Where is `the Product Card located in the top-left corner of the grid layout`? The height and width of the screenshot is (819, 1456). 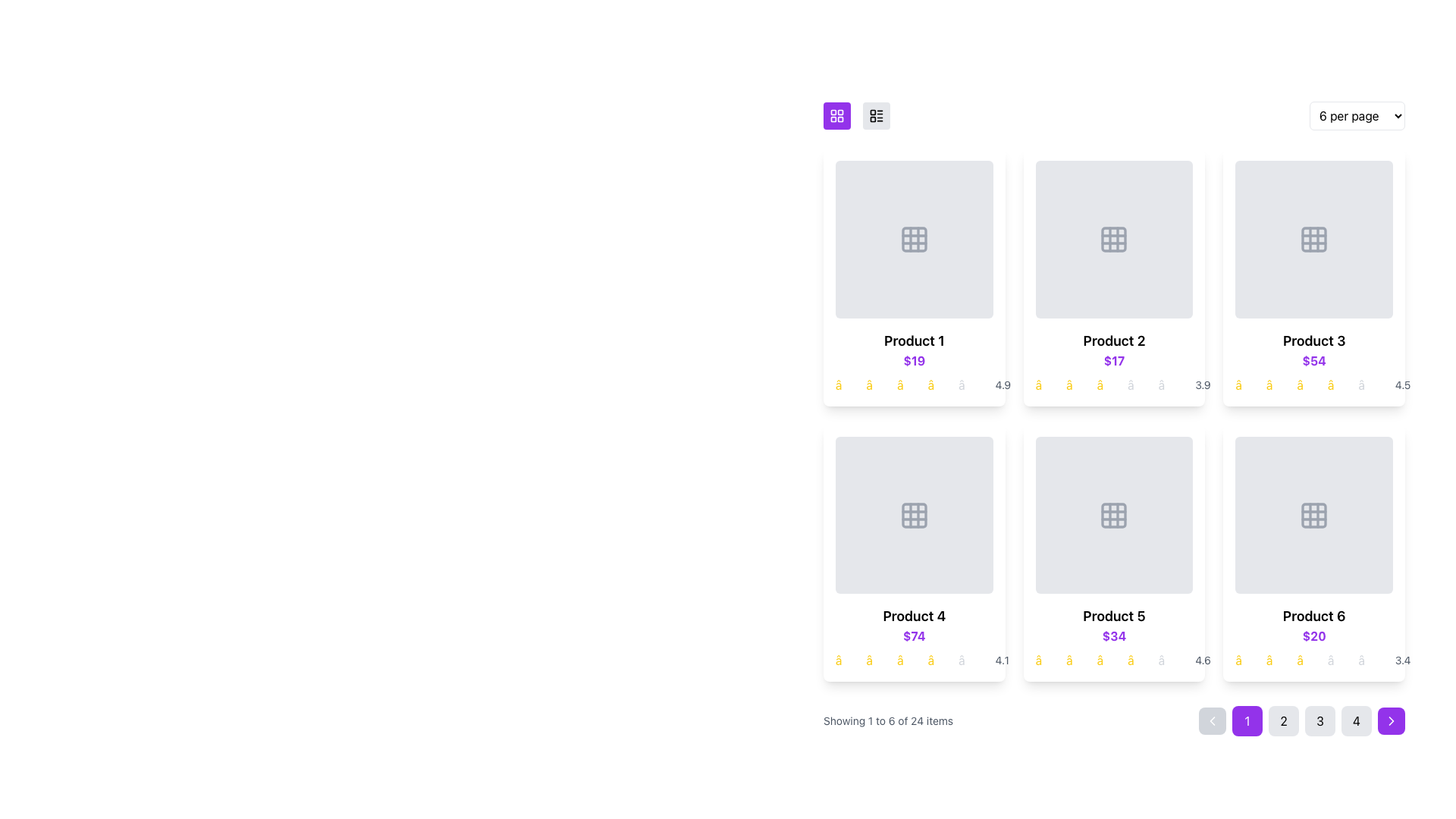 the Product Card located in the top-left corner of the grid layout is located at coordinates (913, 277).